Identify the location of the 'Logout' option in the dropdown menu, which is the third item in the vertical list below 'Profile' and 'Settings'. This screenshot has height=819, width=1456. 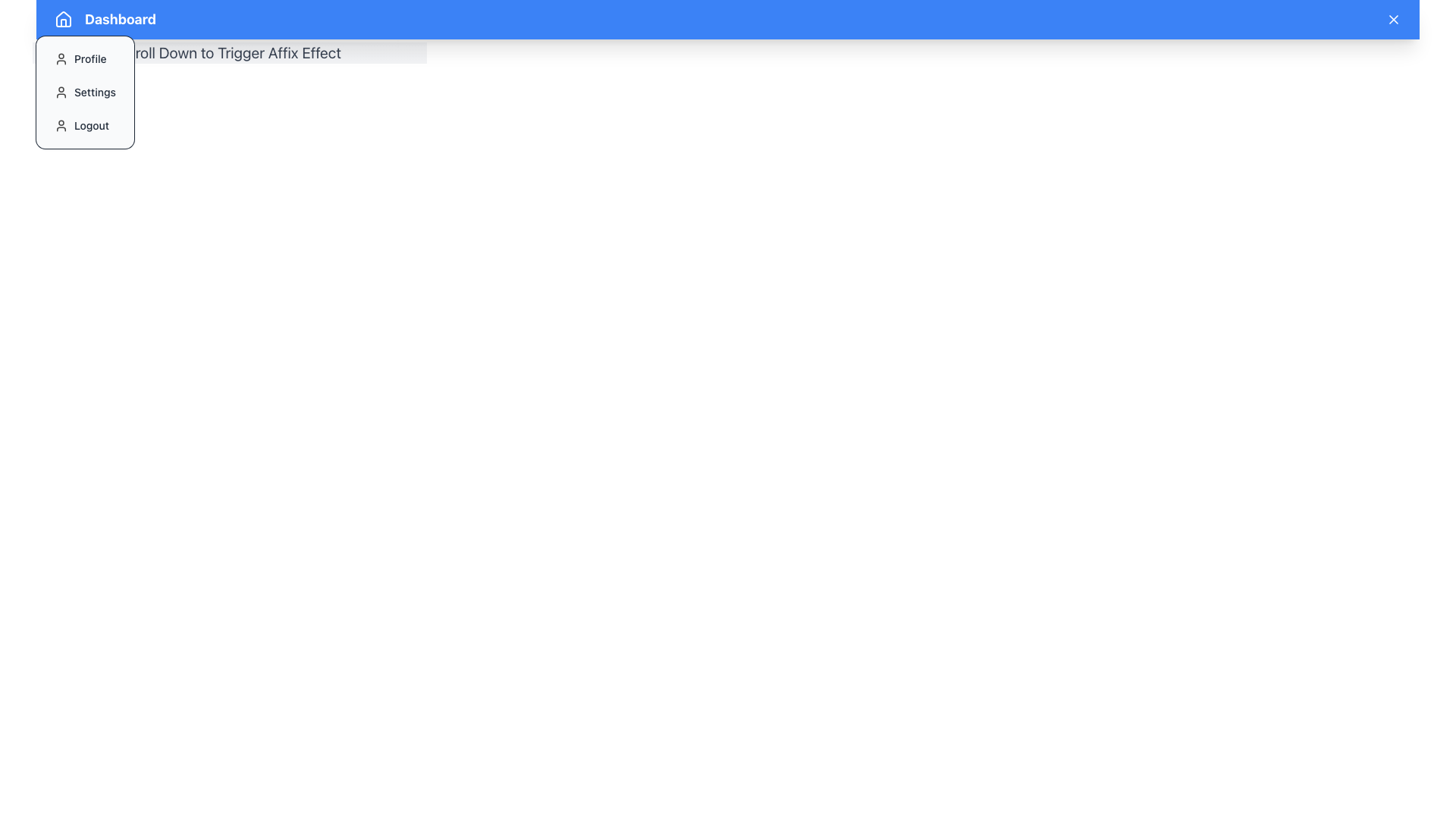
(84, 124).